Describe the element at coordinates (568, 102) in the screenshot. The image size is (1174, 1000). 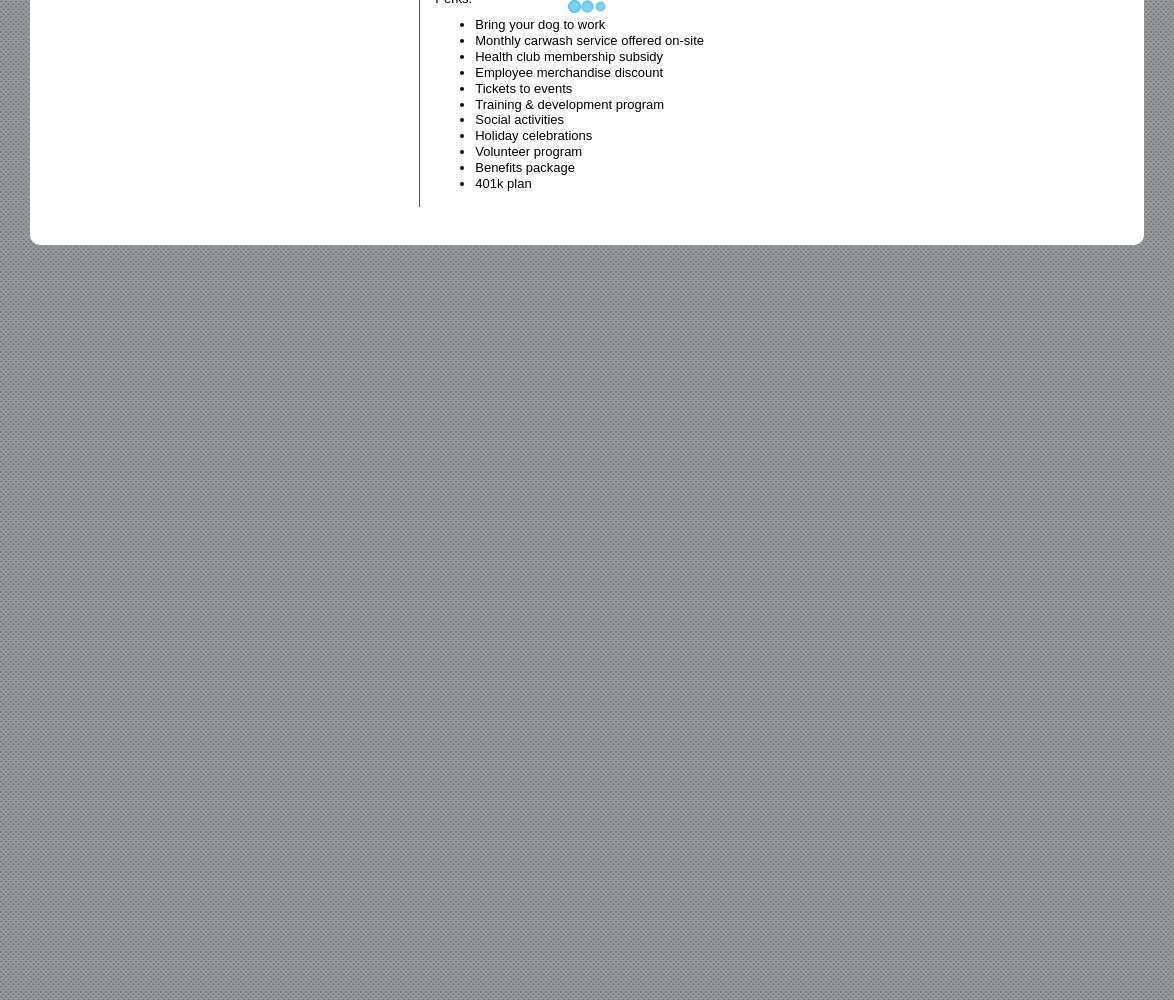
I see `'Training & development program'` at that location.